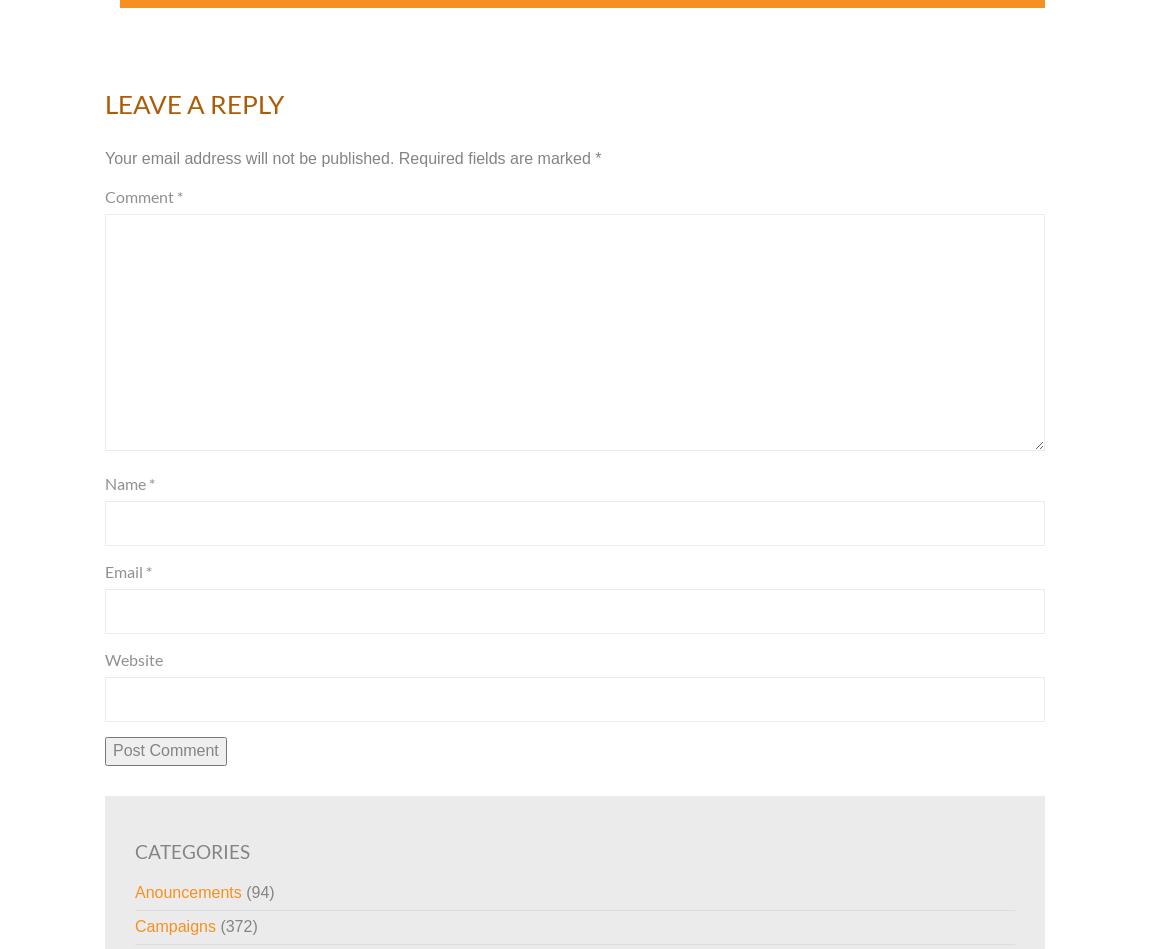 This screenshot has height=949, width=1150. I want to click on 'Name', so click(125, 481).